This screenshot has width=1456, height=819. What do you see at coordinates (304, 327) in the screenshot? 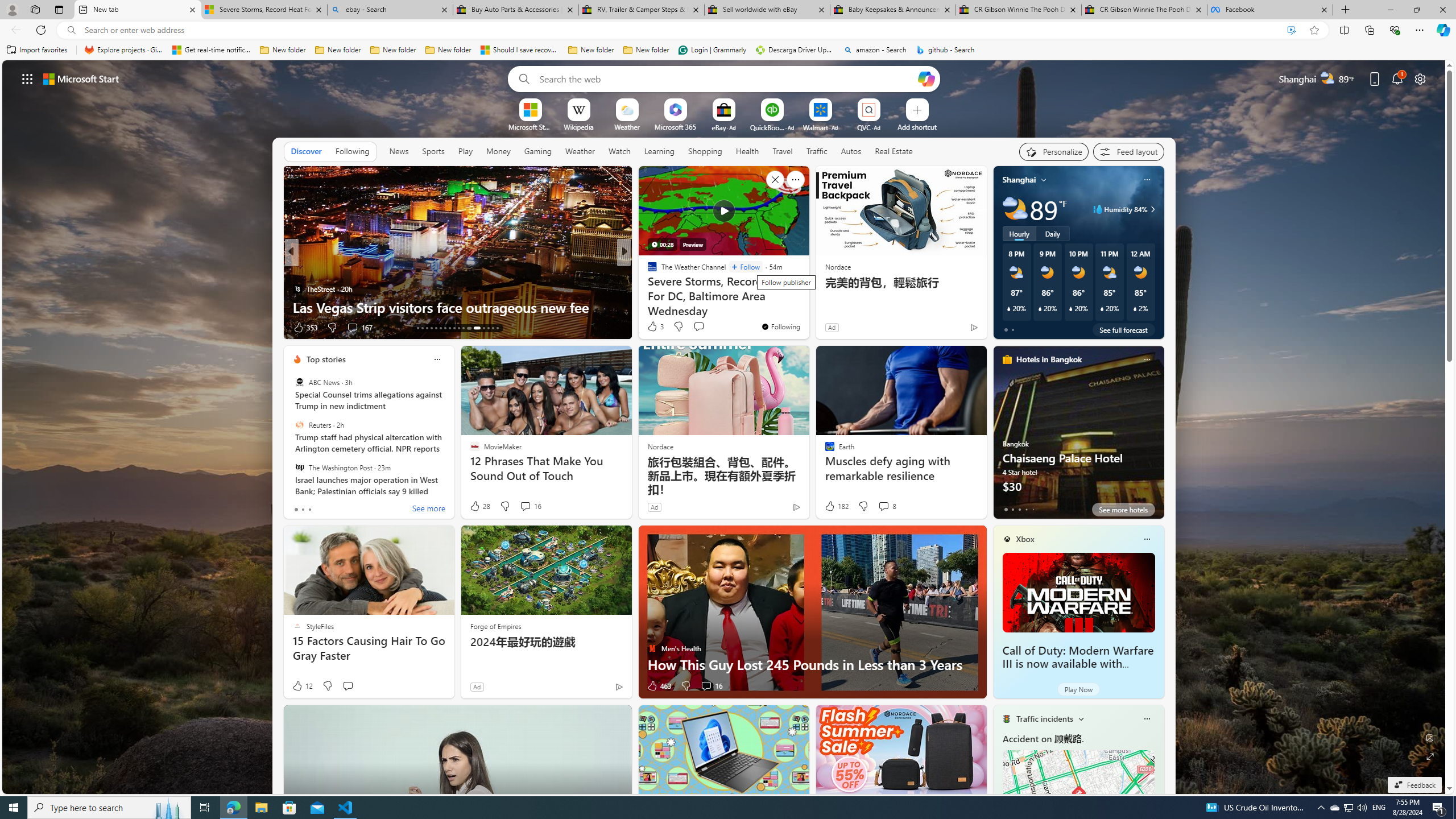
I see `'353 Like'` at bounding box center [304, 327].